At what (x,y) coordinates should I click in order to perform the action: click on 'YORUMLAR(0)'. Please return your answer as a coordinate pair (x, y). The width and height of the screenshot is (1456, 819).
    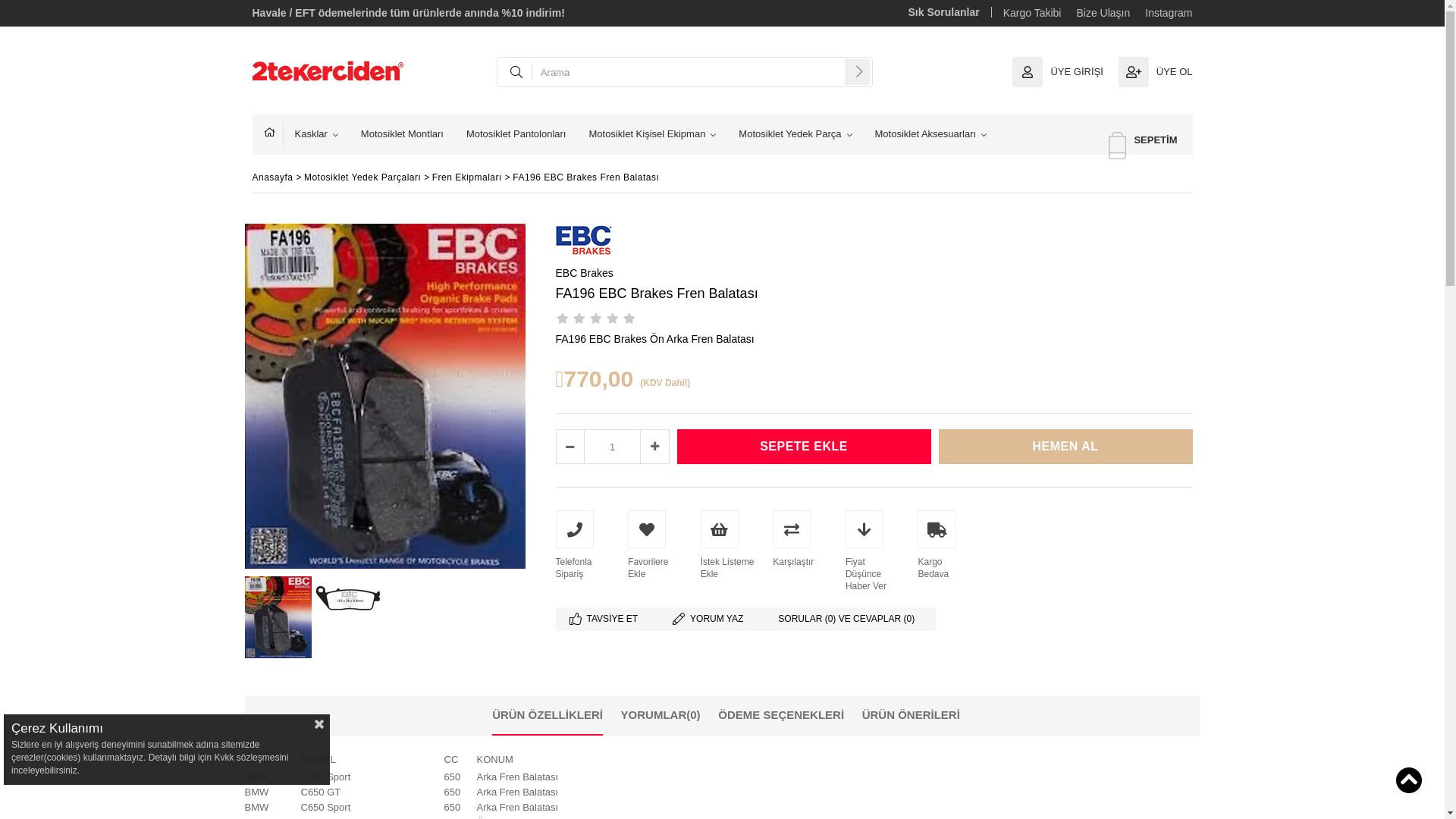
    Looking at the image, I should click on (661, 714).